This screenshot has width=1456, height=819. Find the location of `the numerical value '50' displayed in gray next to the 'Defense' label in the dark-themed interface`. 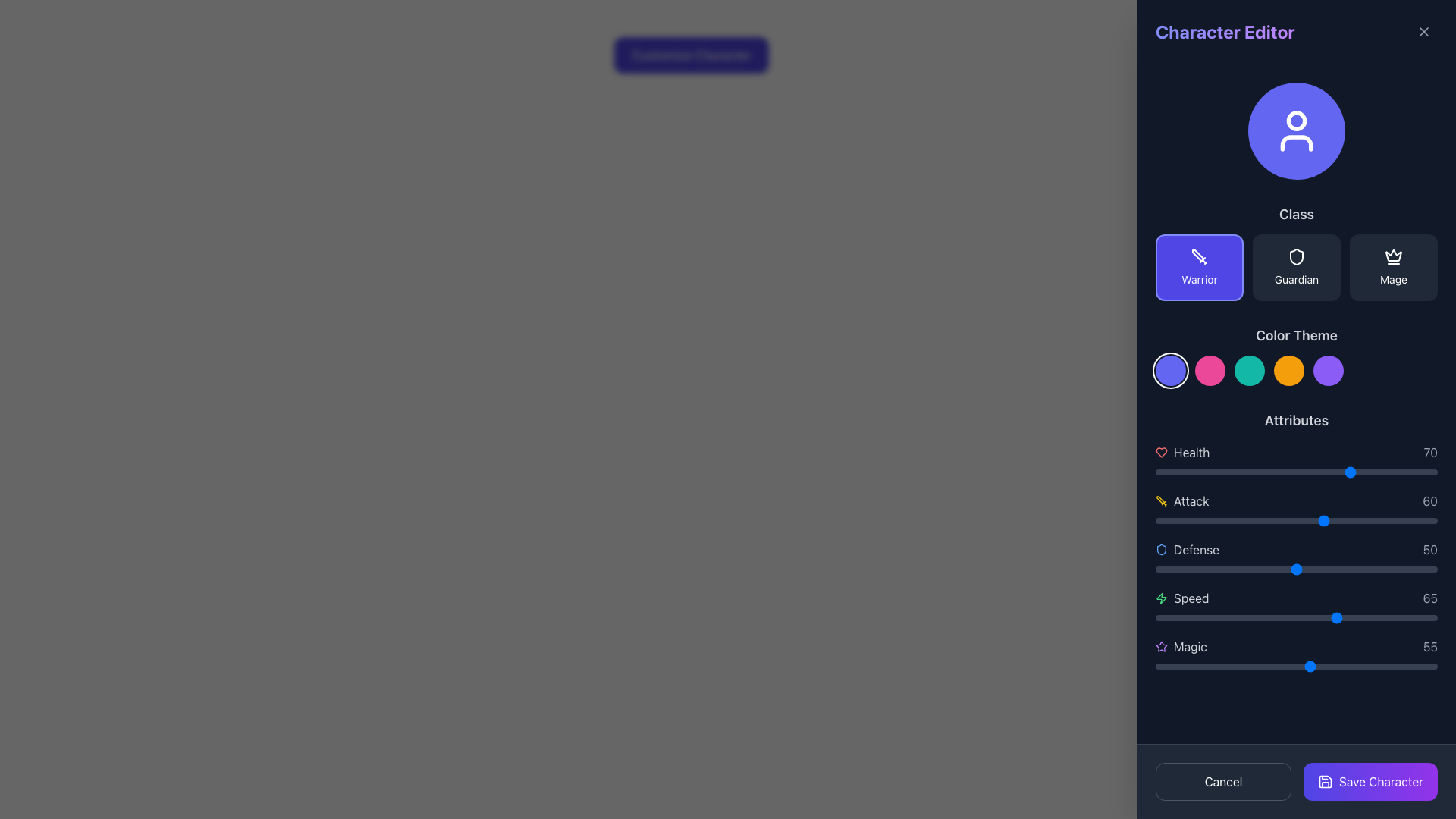

the numerical value '50' displayed in gray next to the 'Defense' label in the dark-themed interface is located at coordinates (1429, 550).